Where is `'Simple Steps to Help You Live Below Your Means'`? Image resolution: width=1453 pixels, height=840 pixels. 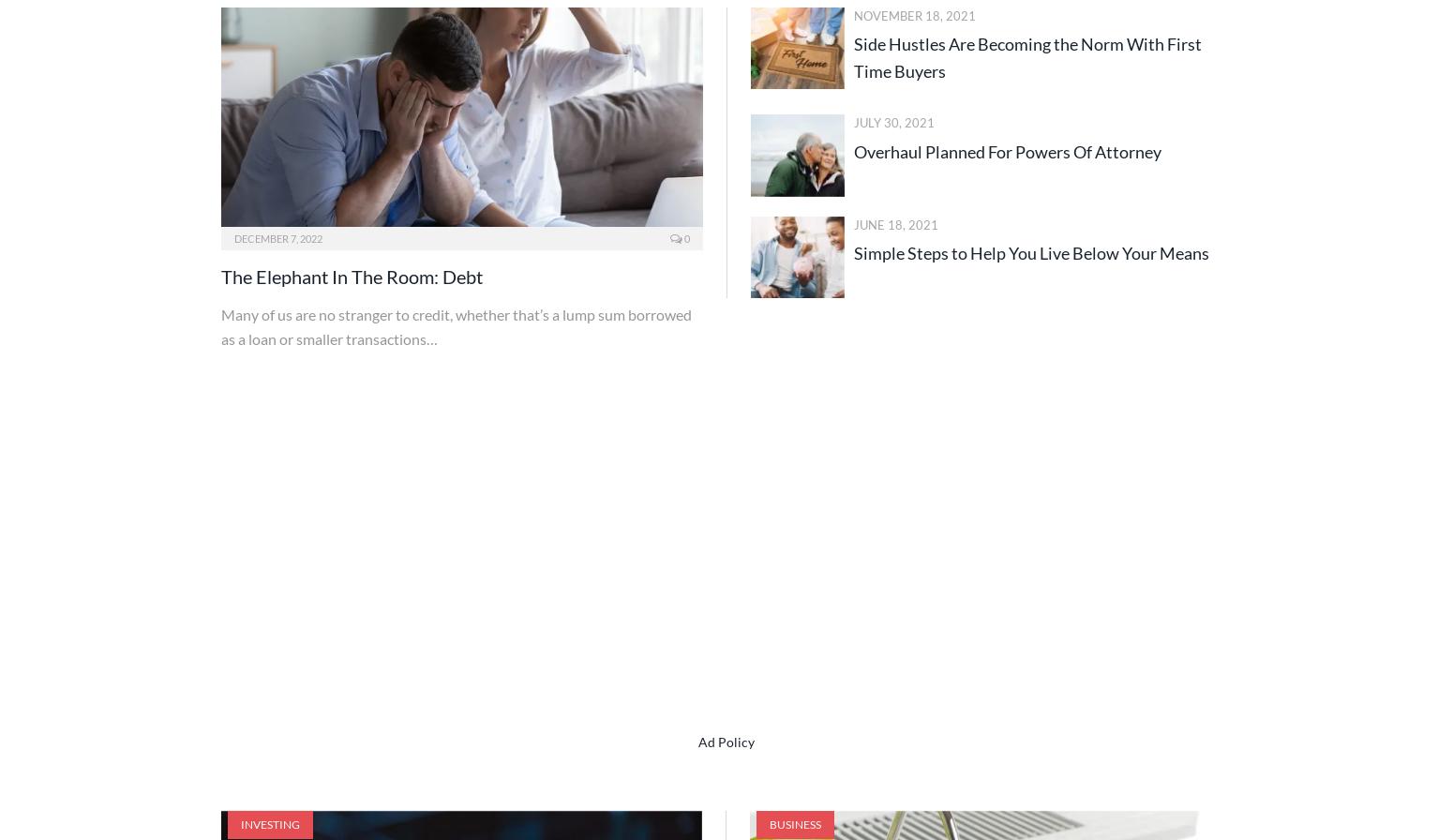
'Simple Steps to Help You Live Below Your Means' is located at coordinates (1030, 251).